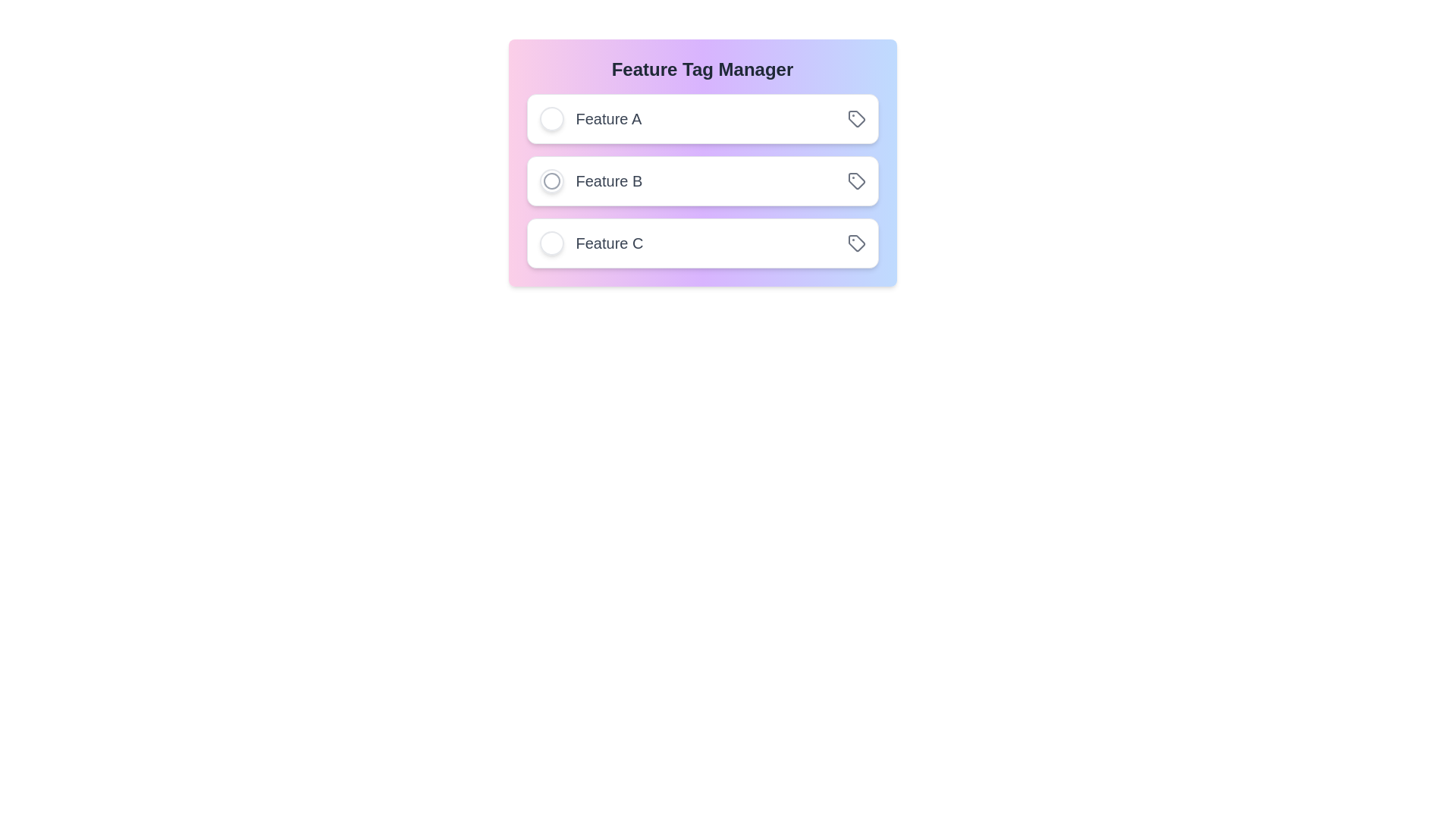 The width and height of the screenshot is (1456, 819). Describe the element at coordinates (609, 180) in the screenshot. I see `the text label element displaying 'Feature B', which is styled with a large, bold gray font and is positioned between a circular icon and a tag icon in the feature manager panel` at that location.